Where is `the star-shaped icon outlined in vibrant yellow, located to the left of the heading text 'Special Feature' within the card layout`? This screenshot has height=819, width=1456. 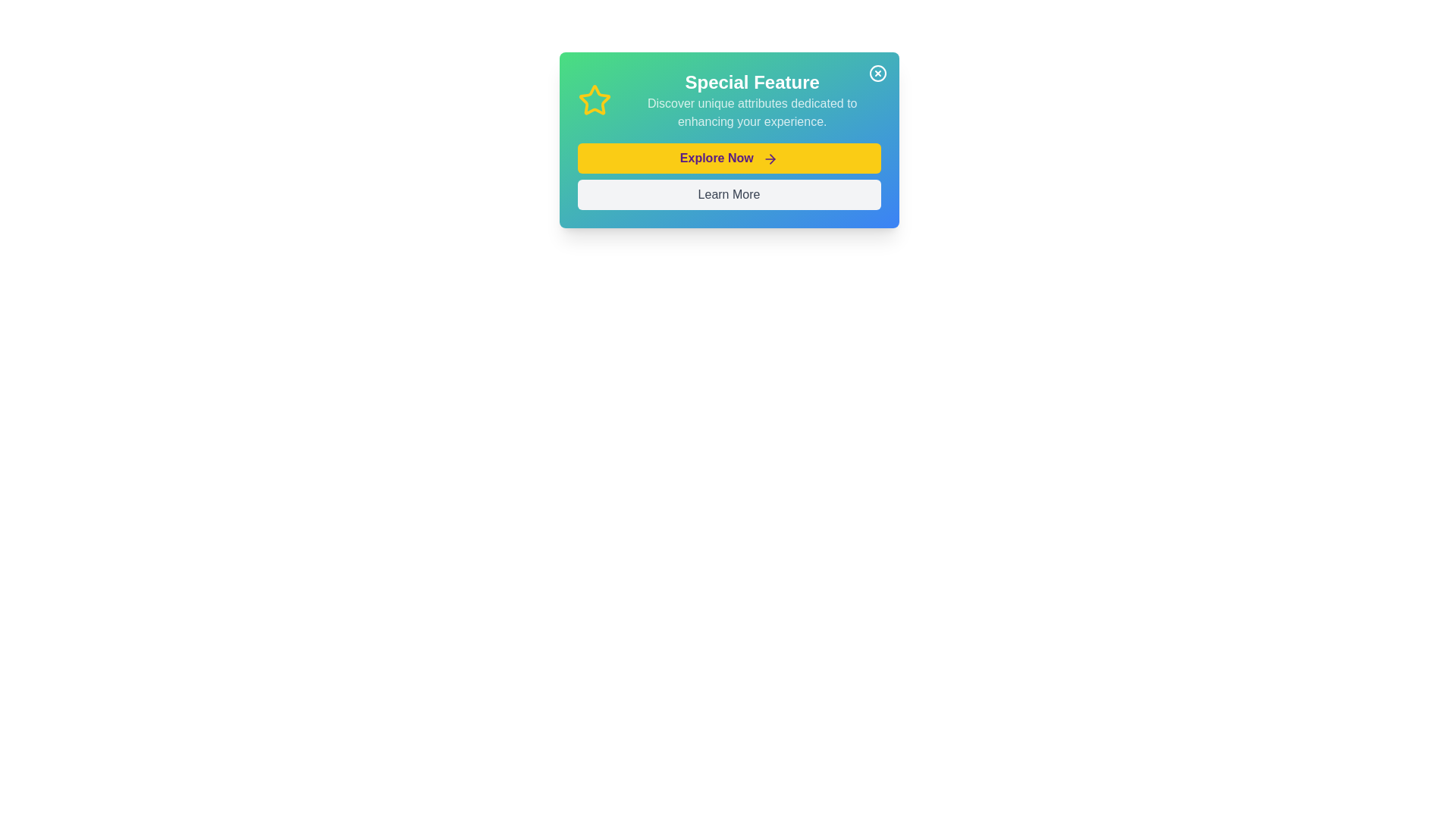
the star-shaped icon outlined in vibrant yellow, located to the left of the heading text 'Special Feature' within the card layout is located at coordinates (594, 100).